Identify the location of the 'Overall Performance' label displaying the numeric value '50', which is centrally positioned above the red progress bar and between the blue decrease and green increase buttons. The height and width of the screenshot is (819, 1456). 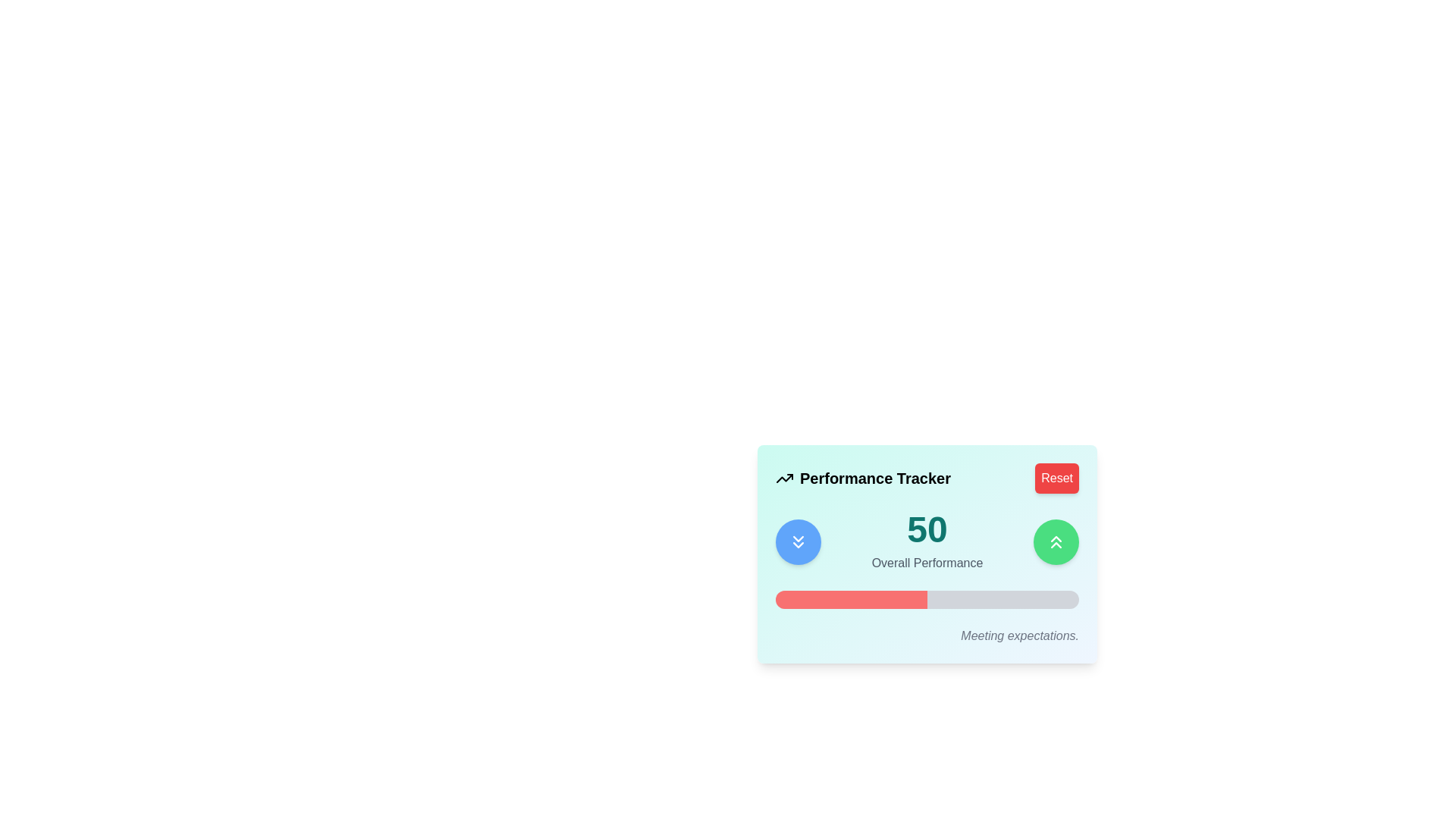
(927, 541).